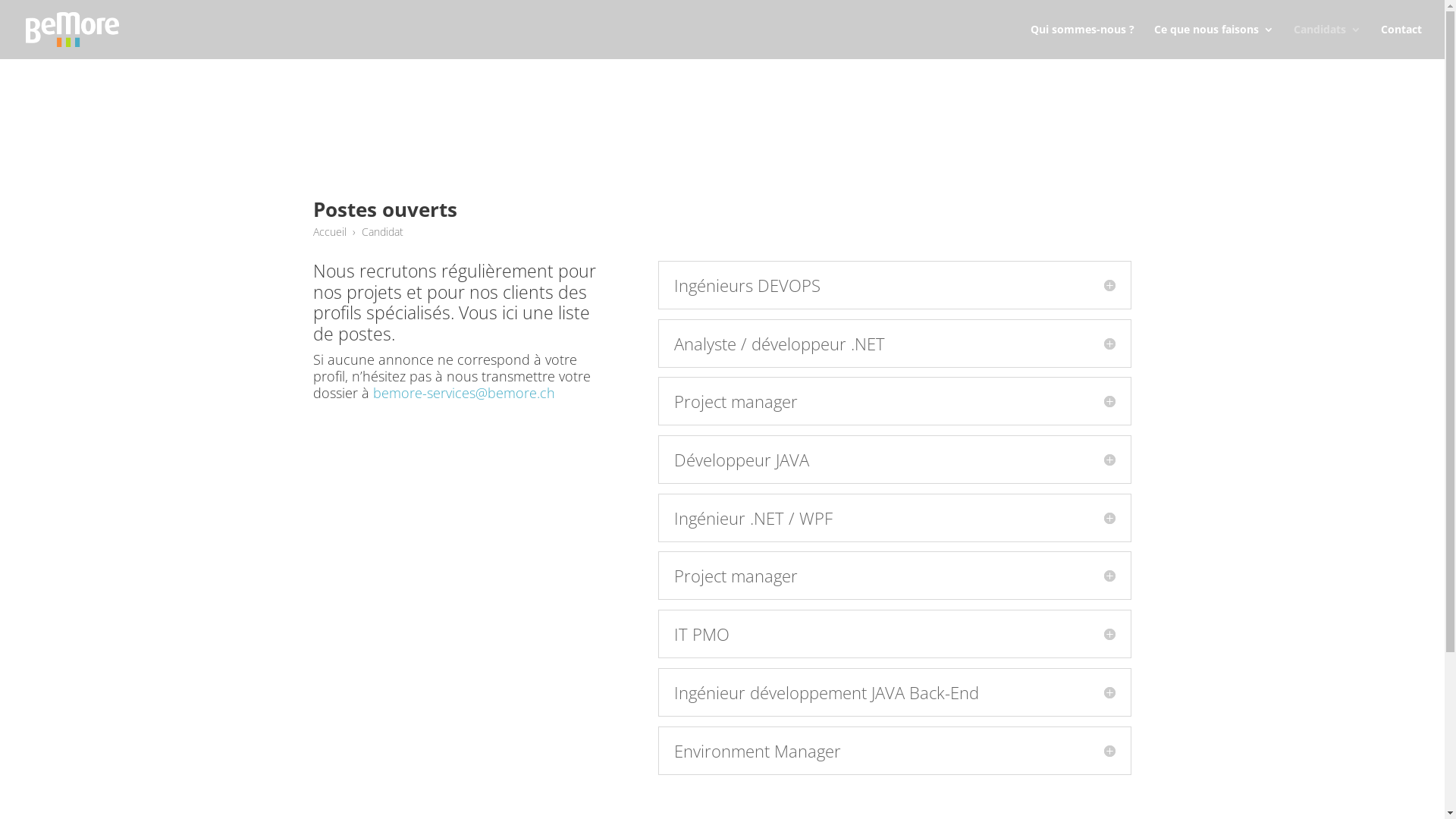 This screenshot has width=1456, height=819. Describe the element at coordinates (381, 231) in the screenshot. I see `'Candidat'` at that location.